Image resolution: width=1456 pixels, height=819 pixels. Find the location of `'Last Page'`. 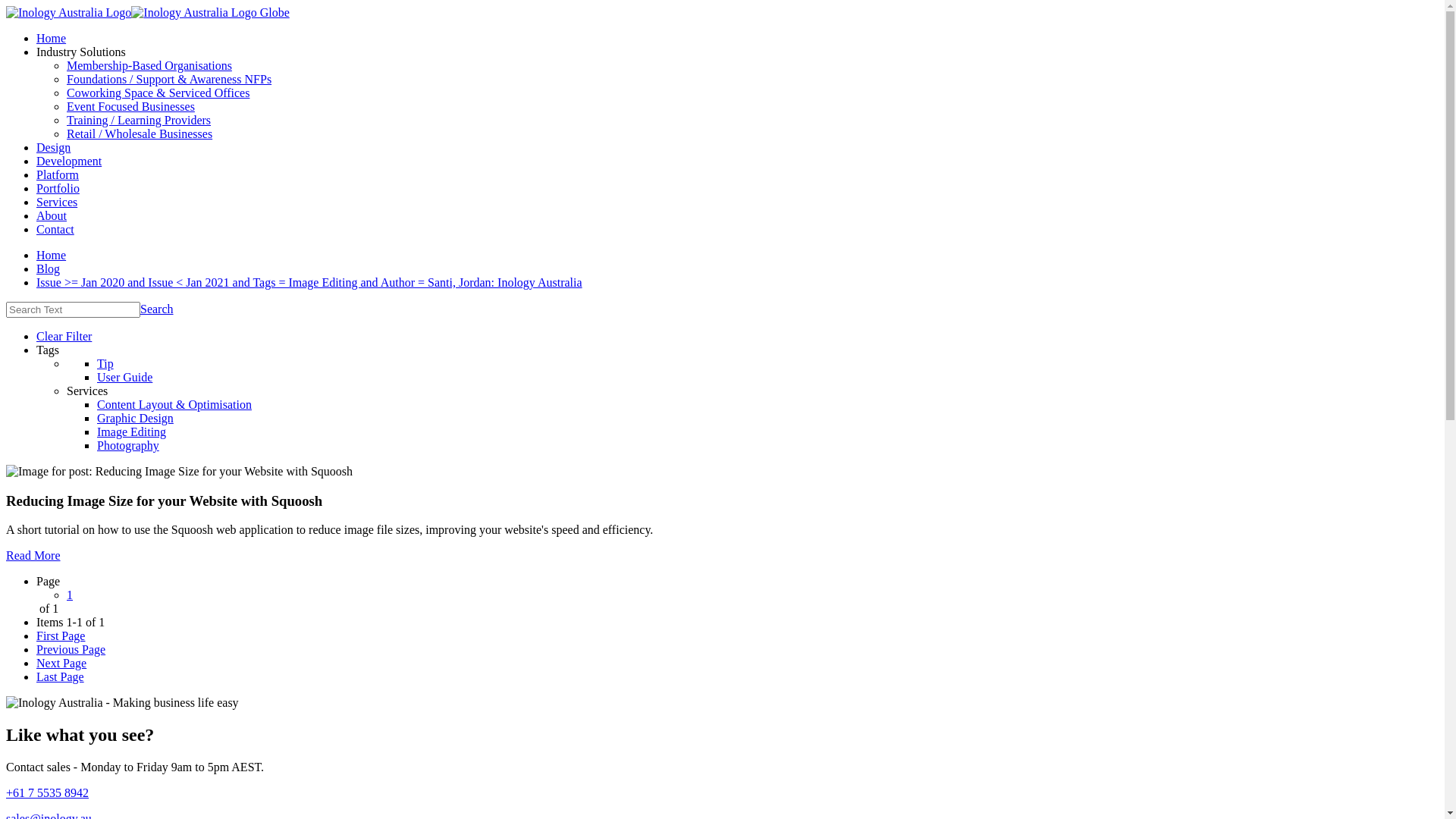

'Last Page' is located at coordinates (60, 676).